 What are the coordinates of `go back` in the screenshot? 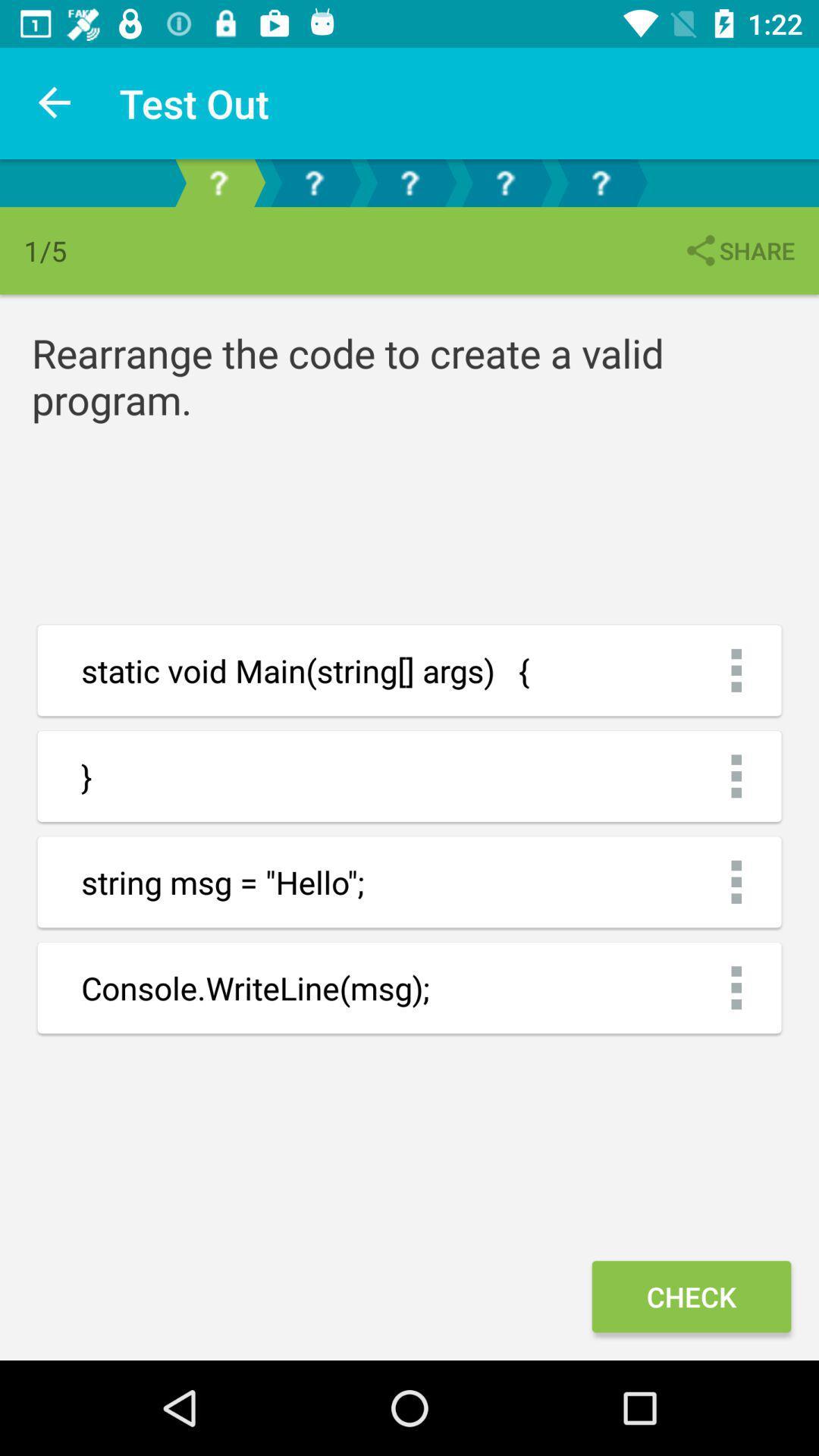 It's located at (599, 182).